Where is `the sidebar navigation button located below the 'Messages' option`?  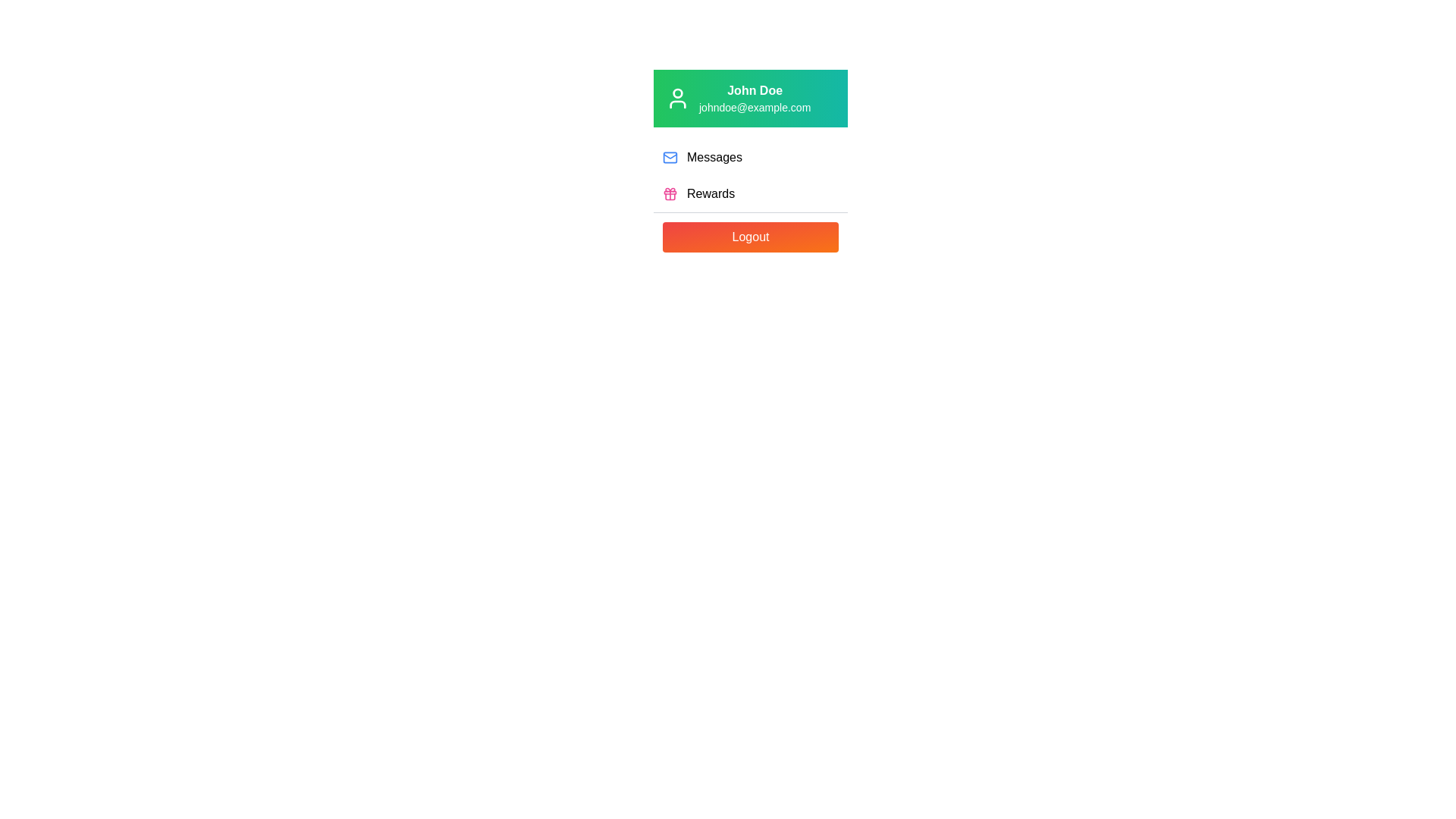 the sidebar navigation button located below the 'Messages' option is located at coordinates (750, 193).